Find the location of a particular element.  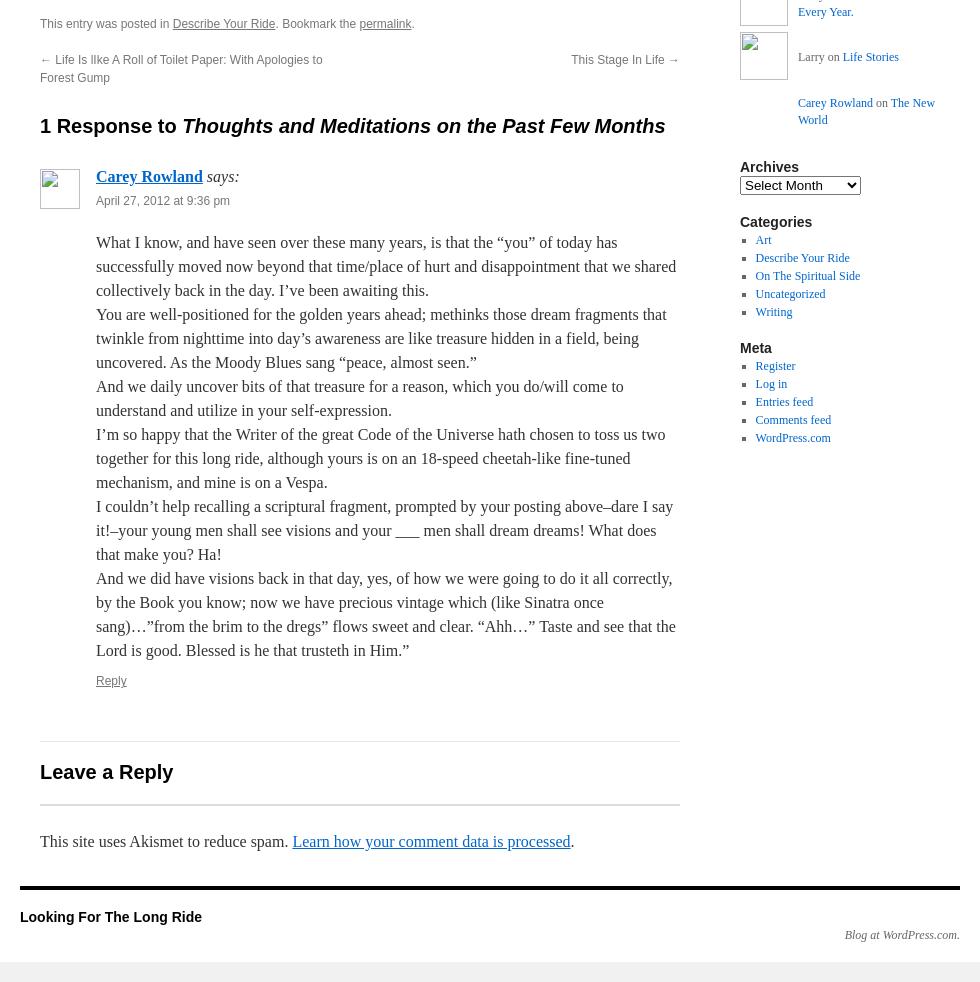

'Archives' is located at coordinates (739, 164).